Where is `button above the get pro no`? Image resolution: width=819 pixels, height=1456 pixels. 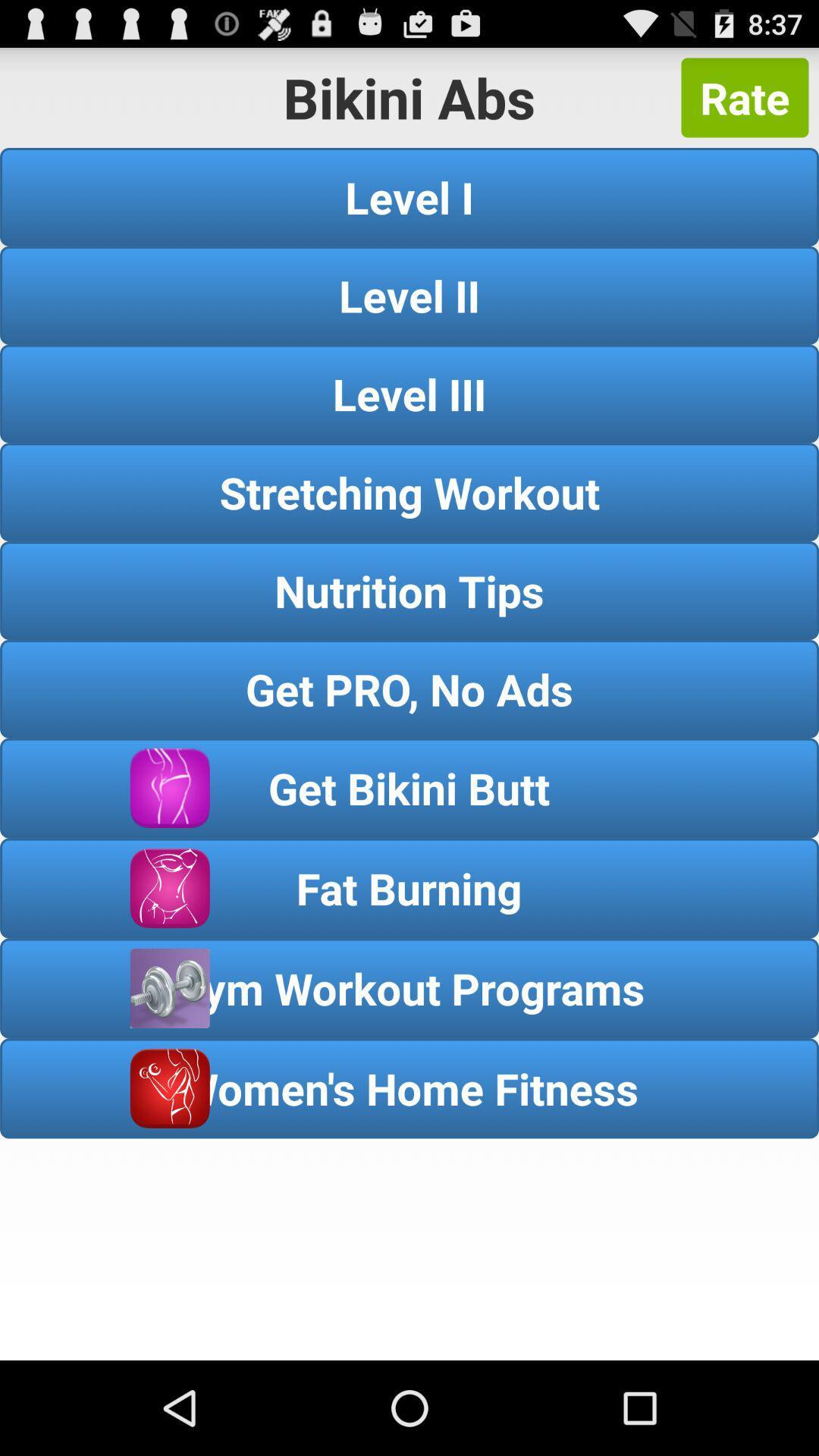
button above the get pro no is located at coordinates (409, 589).